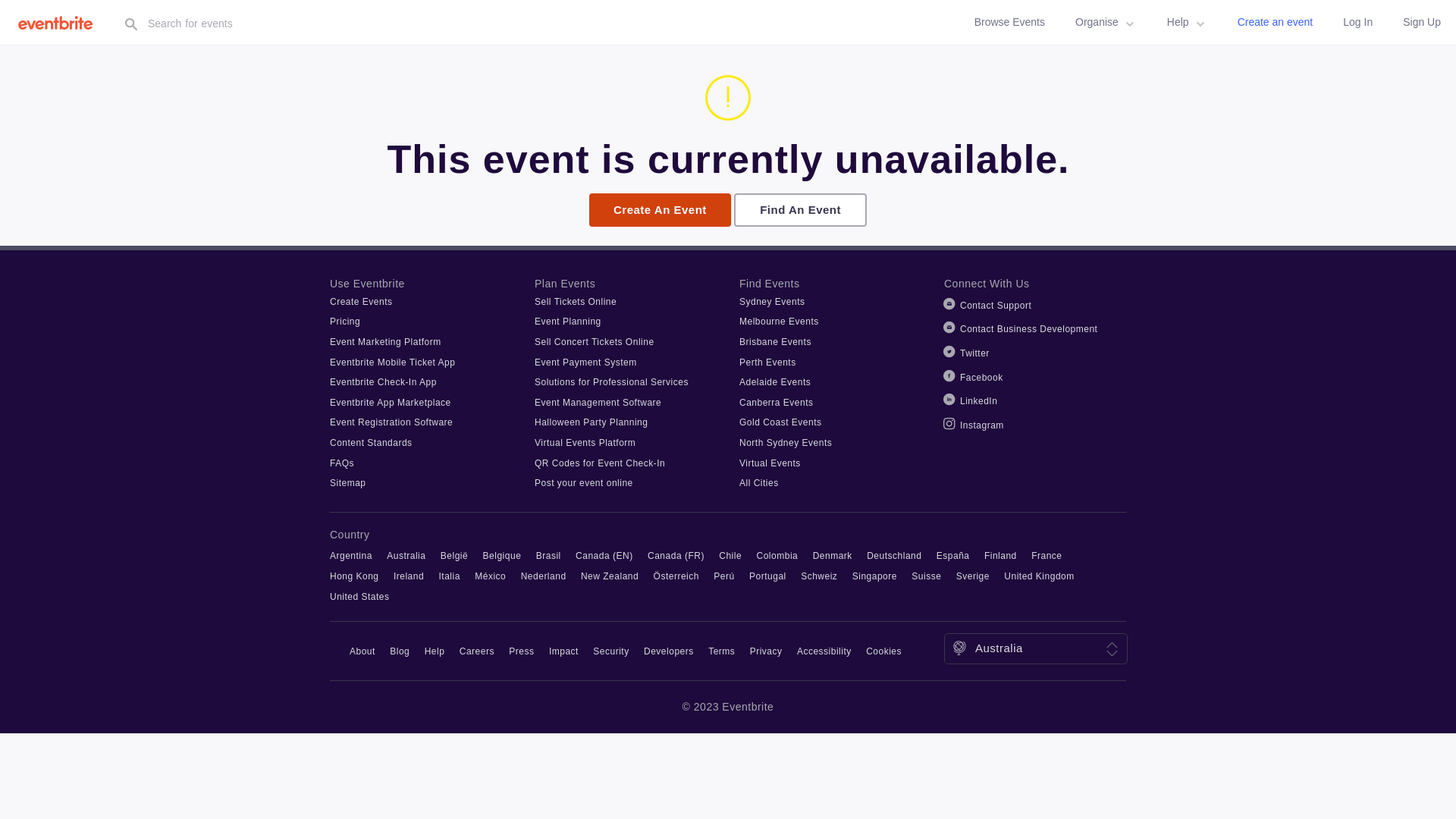 Image resolution: width=1456 pixels, height=819 pixels. Describe the element at coordinates (458, 651) in the screenshot. I see `'Careers'` at that location.